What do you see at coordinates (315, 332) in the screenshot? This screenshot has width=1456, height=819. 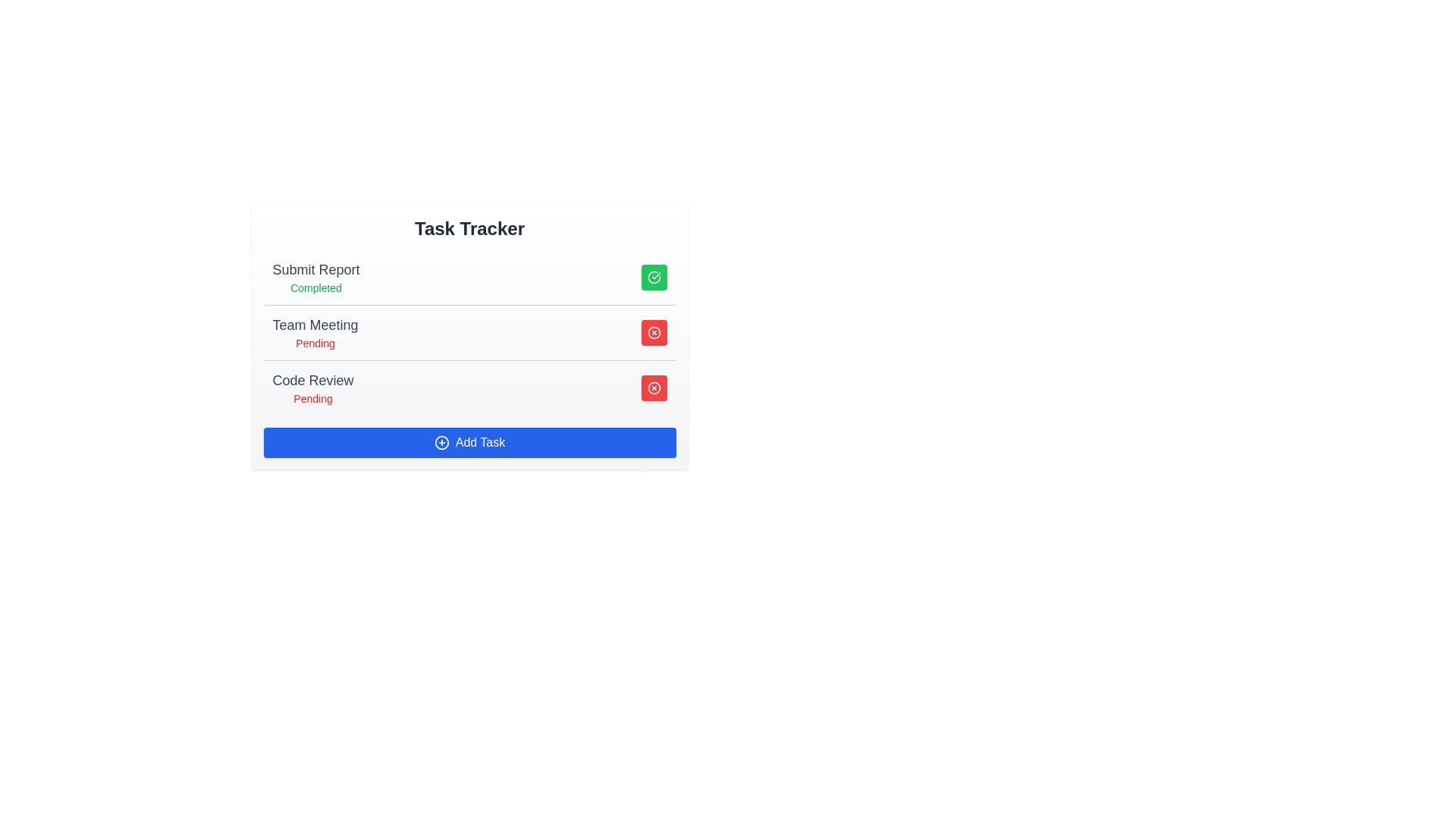 I see `text information displayed for the task named 'Team Meeting' which is pending, located between 'Submit Report' and 'Code Review' in the vertical list` at bounding box center [315, 332].